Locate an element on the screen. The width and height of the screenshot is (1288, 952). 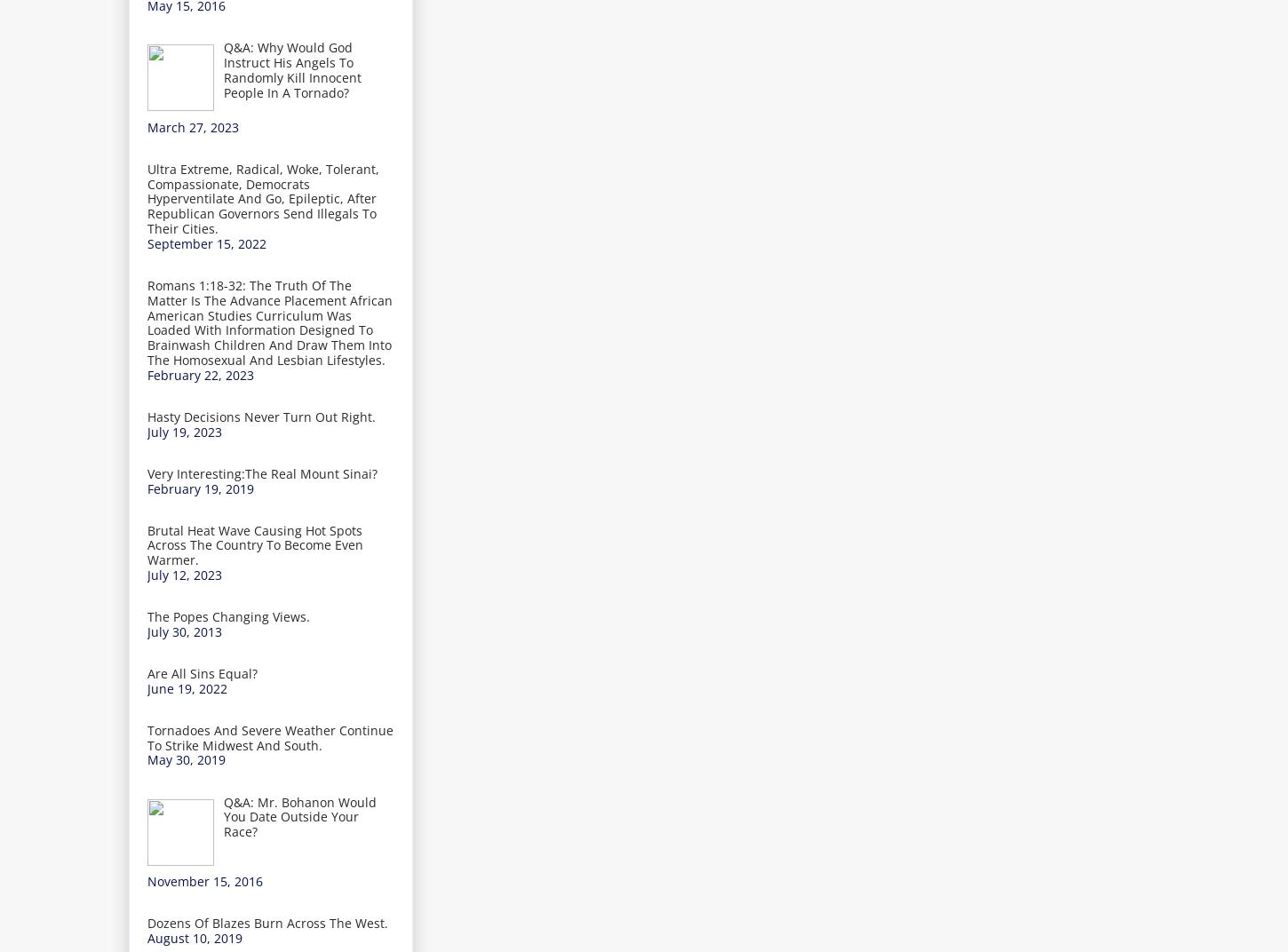
'Tornadoes And Severe Weather Continue To Strike Midwest And South.' is located at coordinates (270, 736).